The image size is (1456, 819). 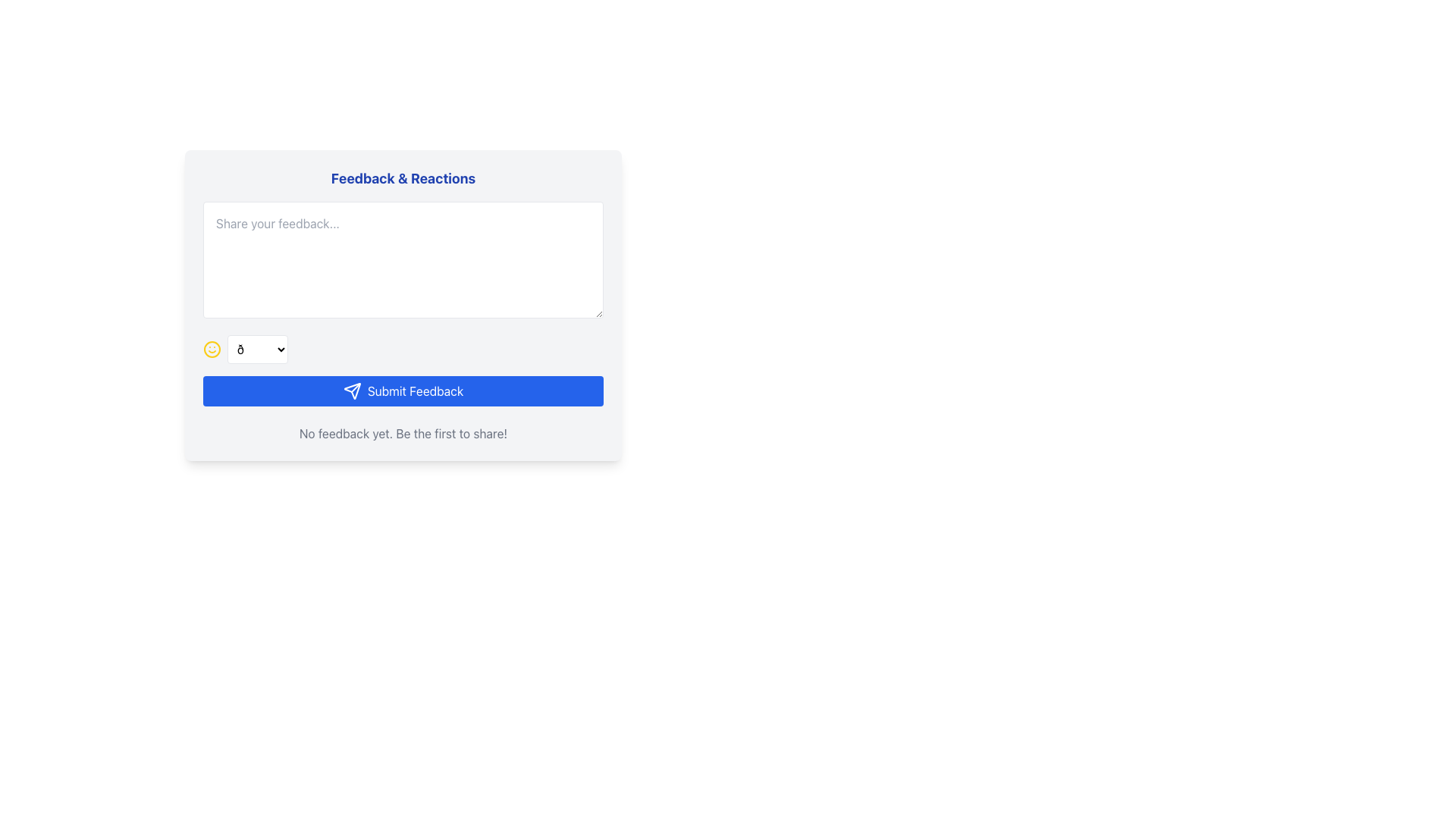 I want to click on the small paper airplane icon with a blue background, which is positioned to the left of the 'Submit Feedback' button, so click(x=351, y=391).